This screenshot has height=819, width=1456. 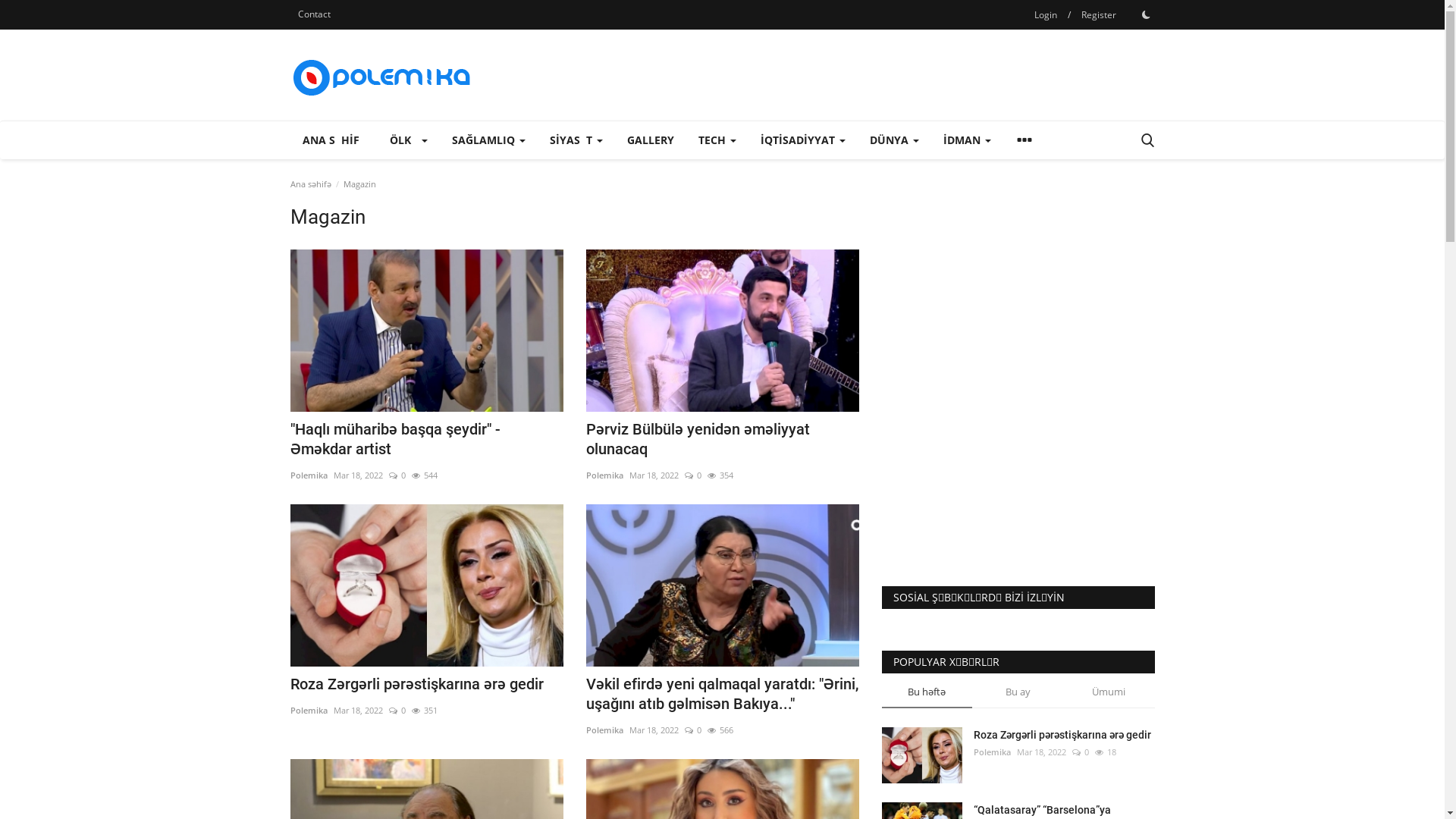 What do you see at coordinates (307, 711) in the screenshot?
I see `'Polemika'` at bounding box center [307, 711].